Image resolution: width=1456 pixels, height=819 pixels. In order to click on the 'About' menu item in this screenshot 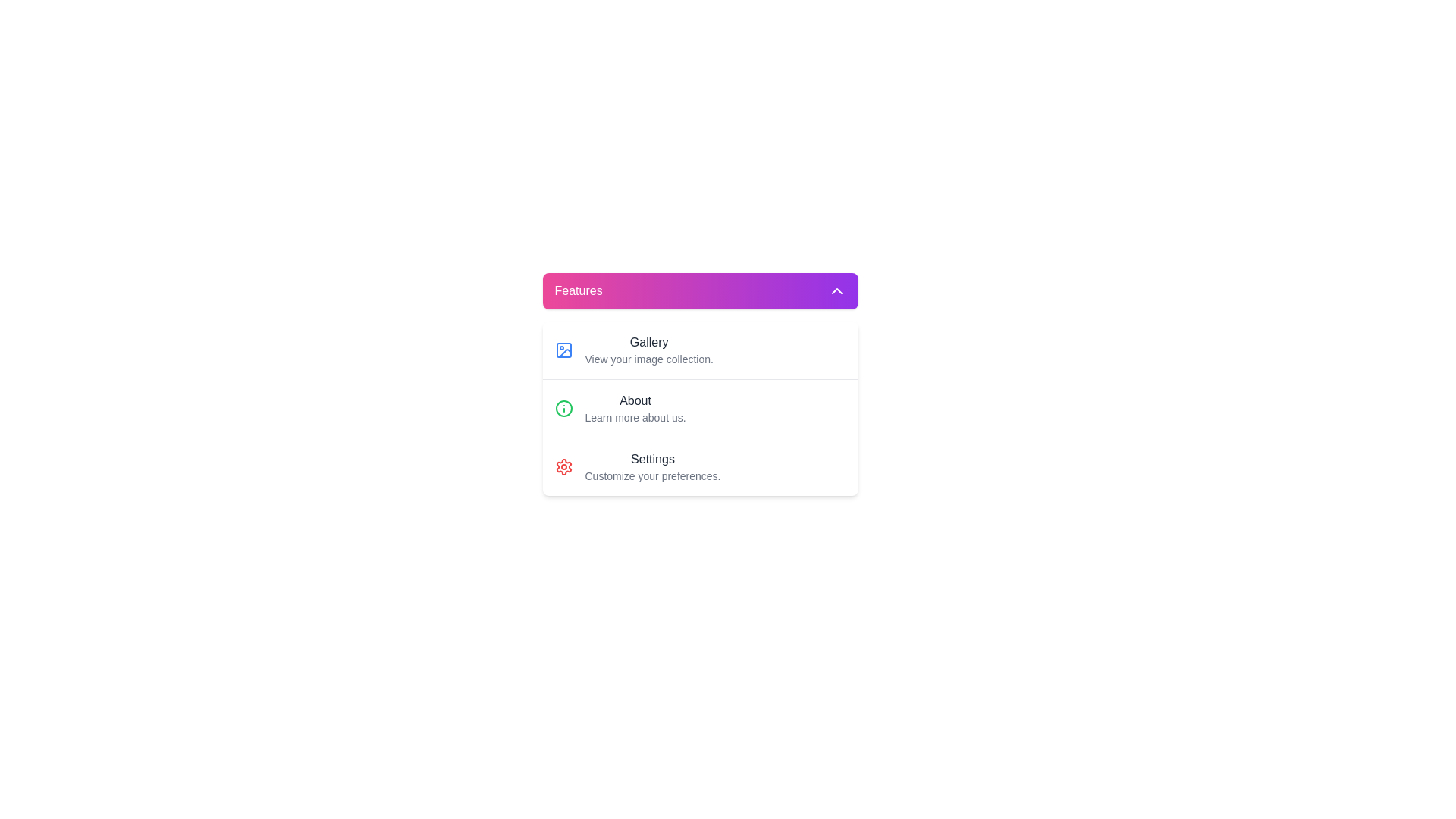, I will do `click(699, 394)`.